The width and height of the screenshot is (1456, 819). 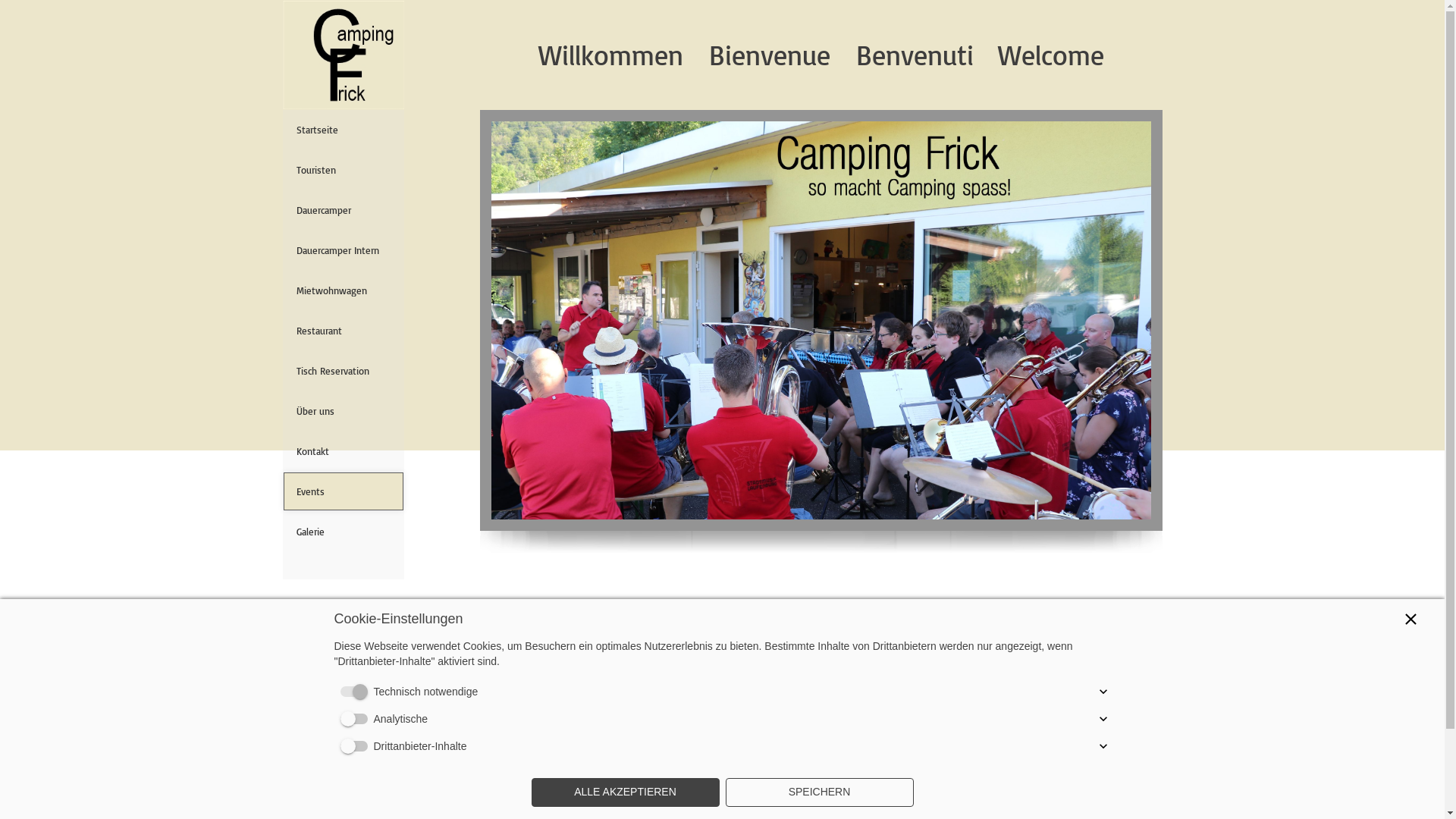 I want to click on 'Events', so click(x=341, y=491).